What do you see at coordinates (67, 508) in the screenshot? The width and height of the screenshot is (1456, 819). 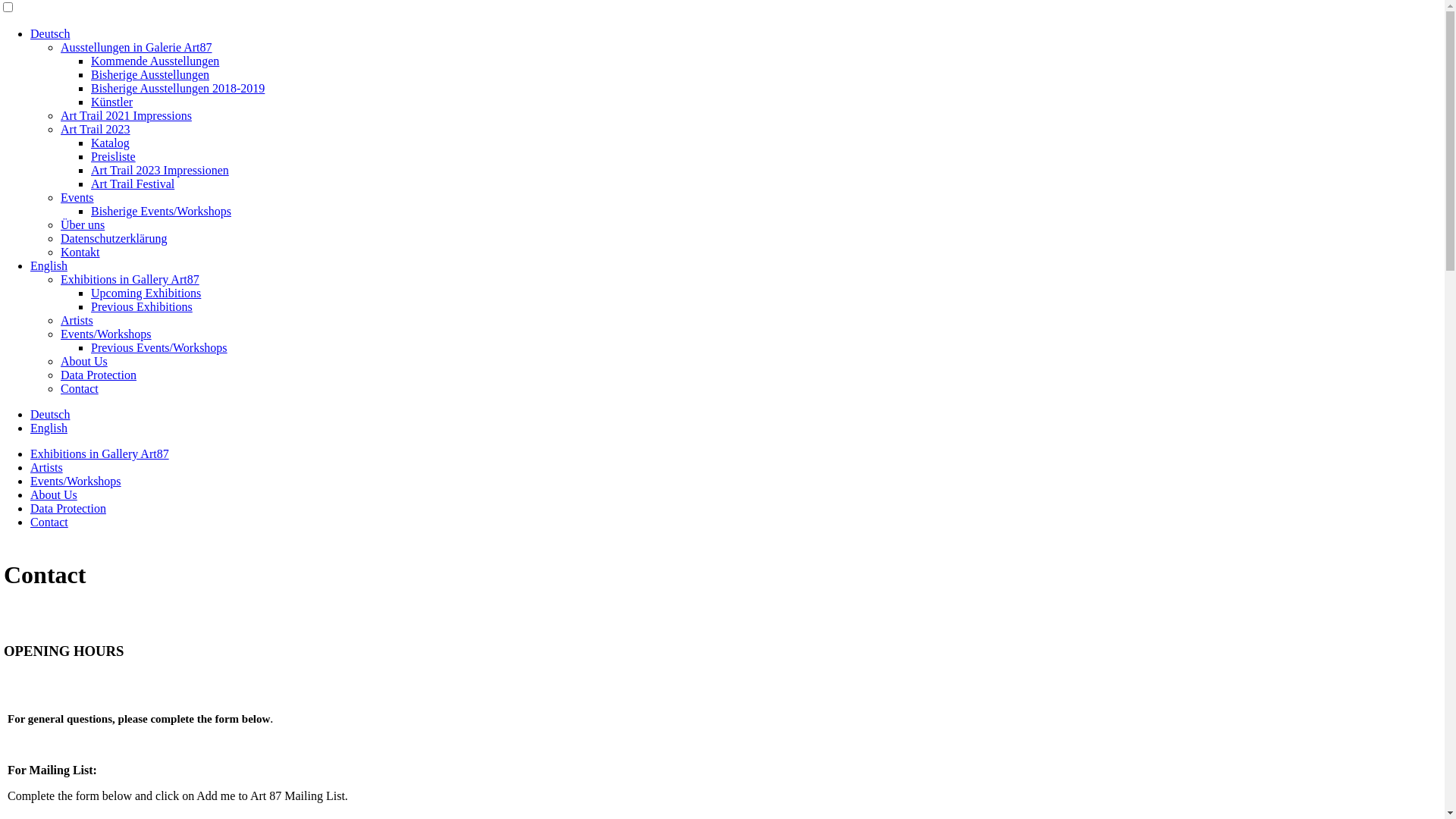 I see `'Data Protection'` at bounding box center [67, 508].